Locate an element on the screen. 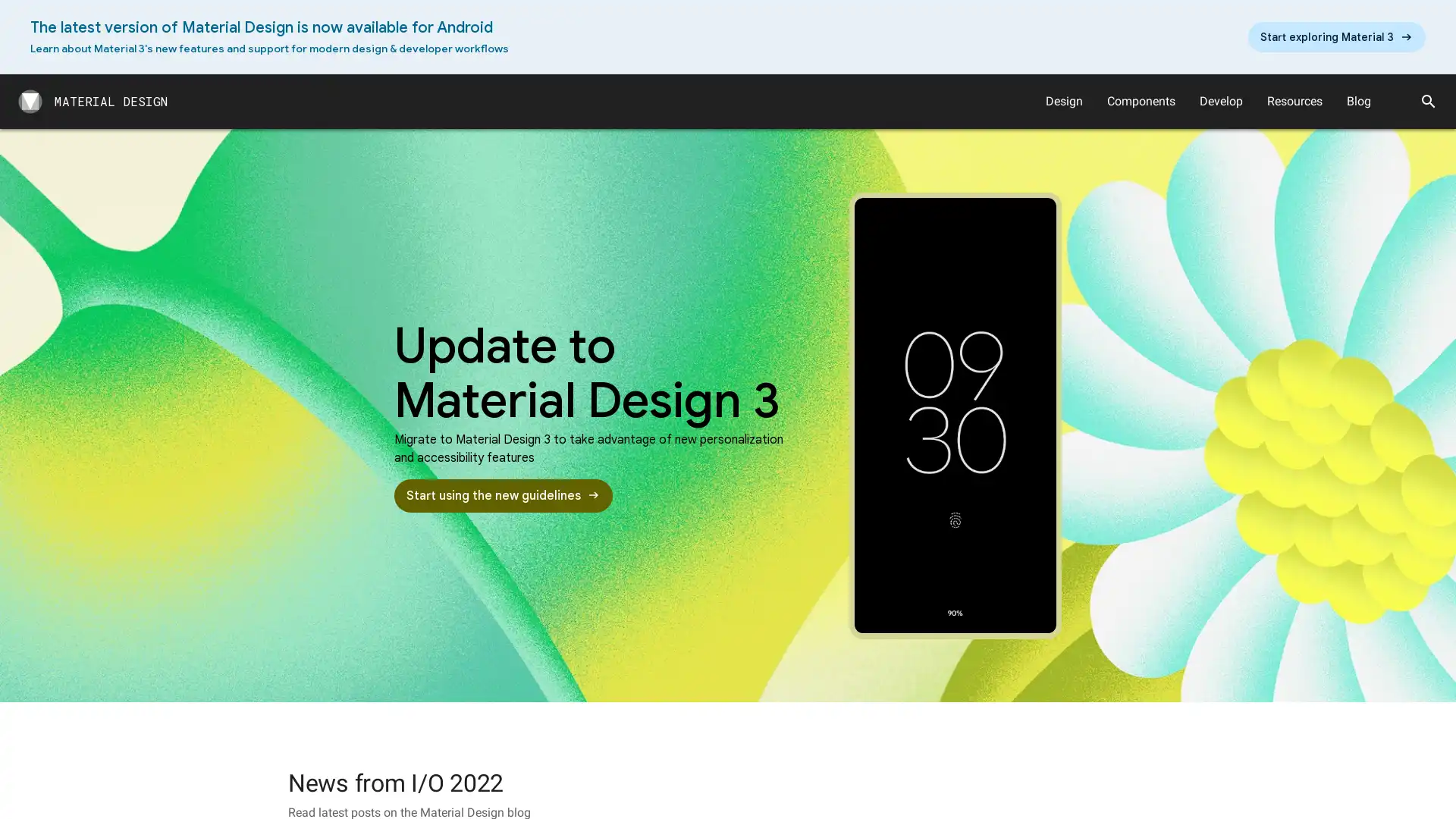  arrow_right_alt is located at coordinates (503, 496).